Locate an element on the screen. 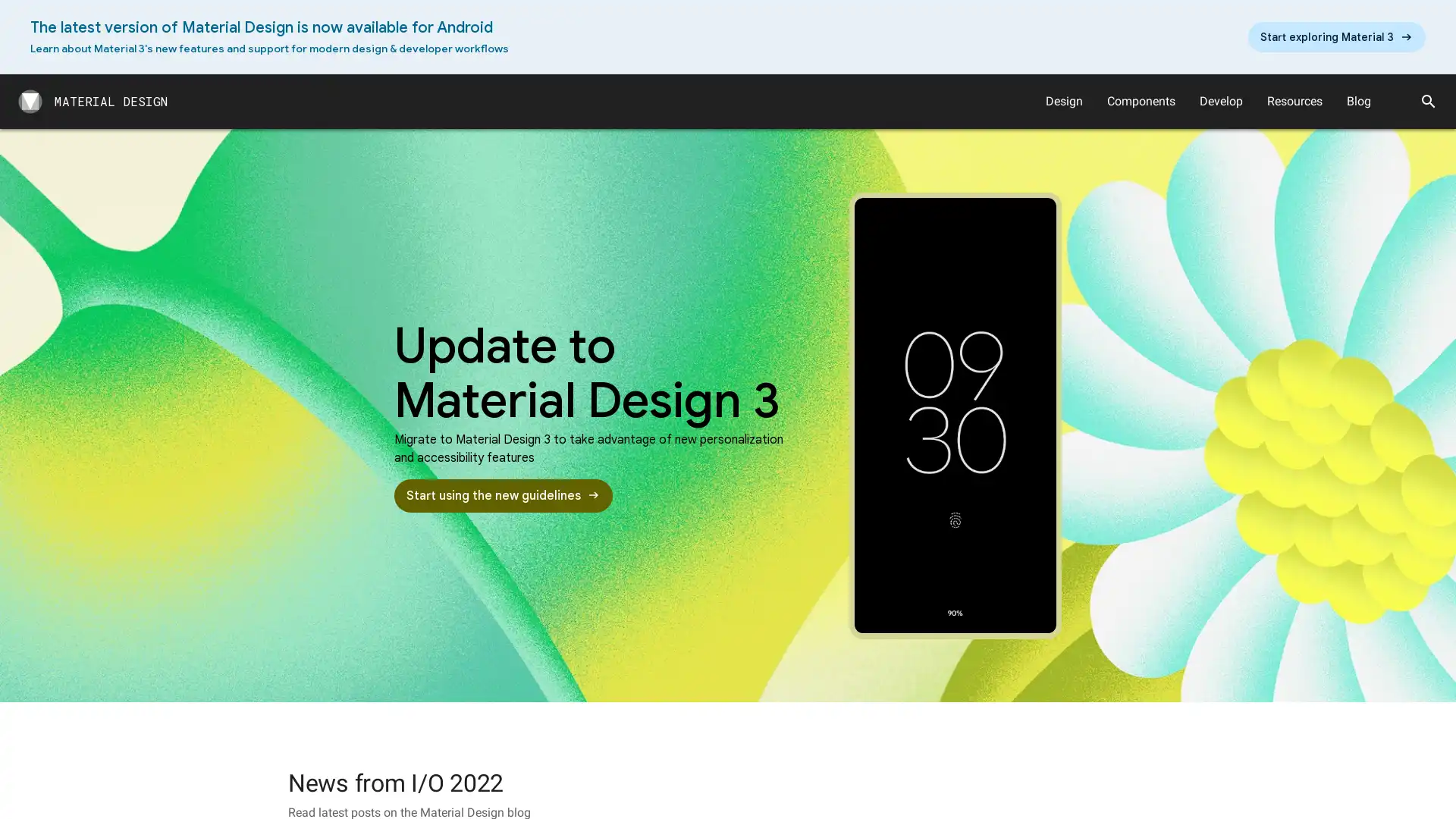  arrow_right_alt is located at coordinates (503, 496).